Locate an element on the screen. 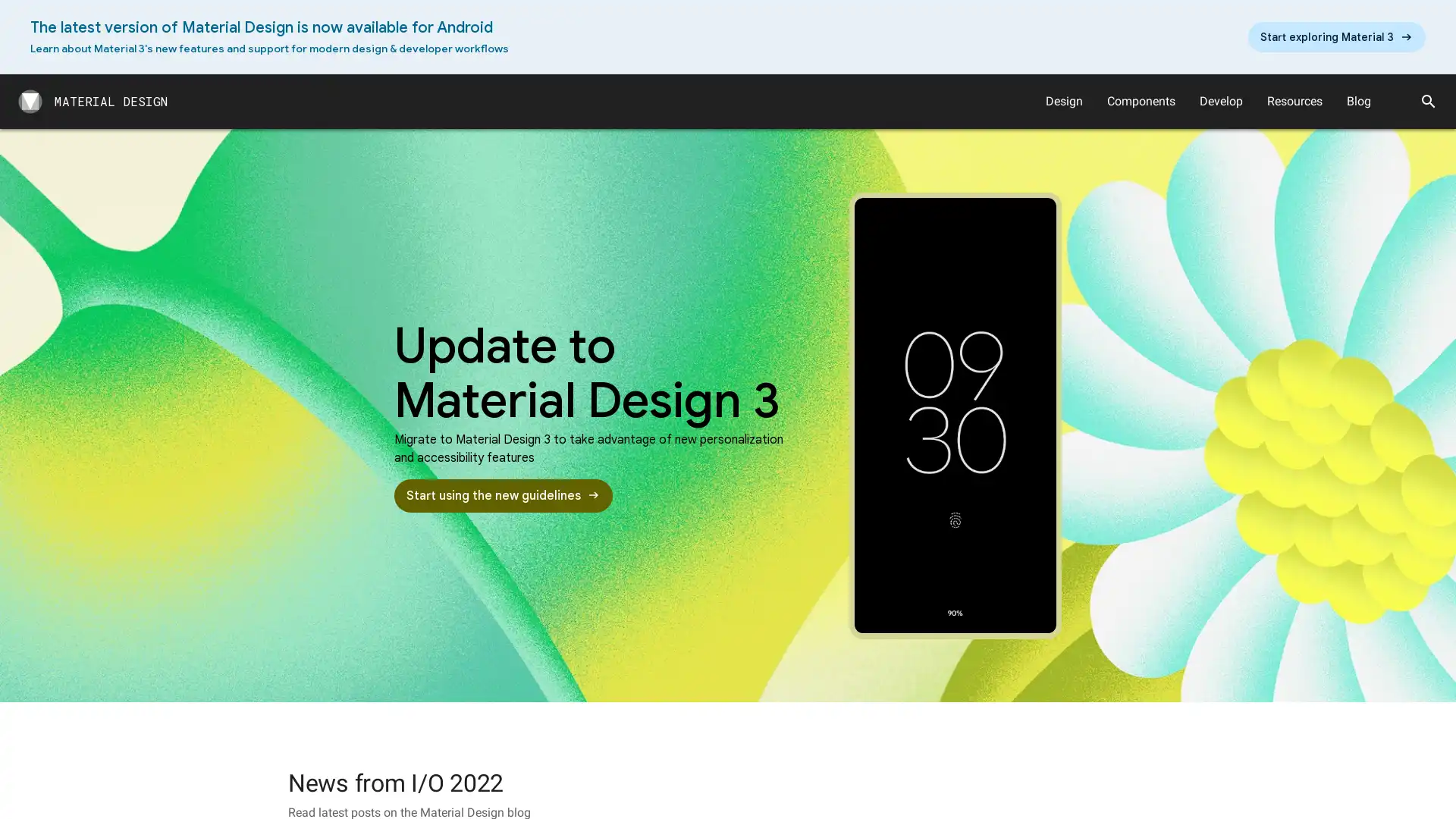  arrow_right_alt is located at coordinates (503, 496).